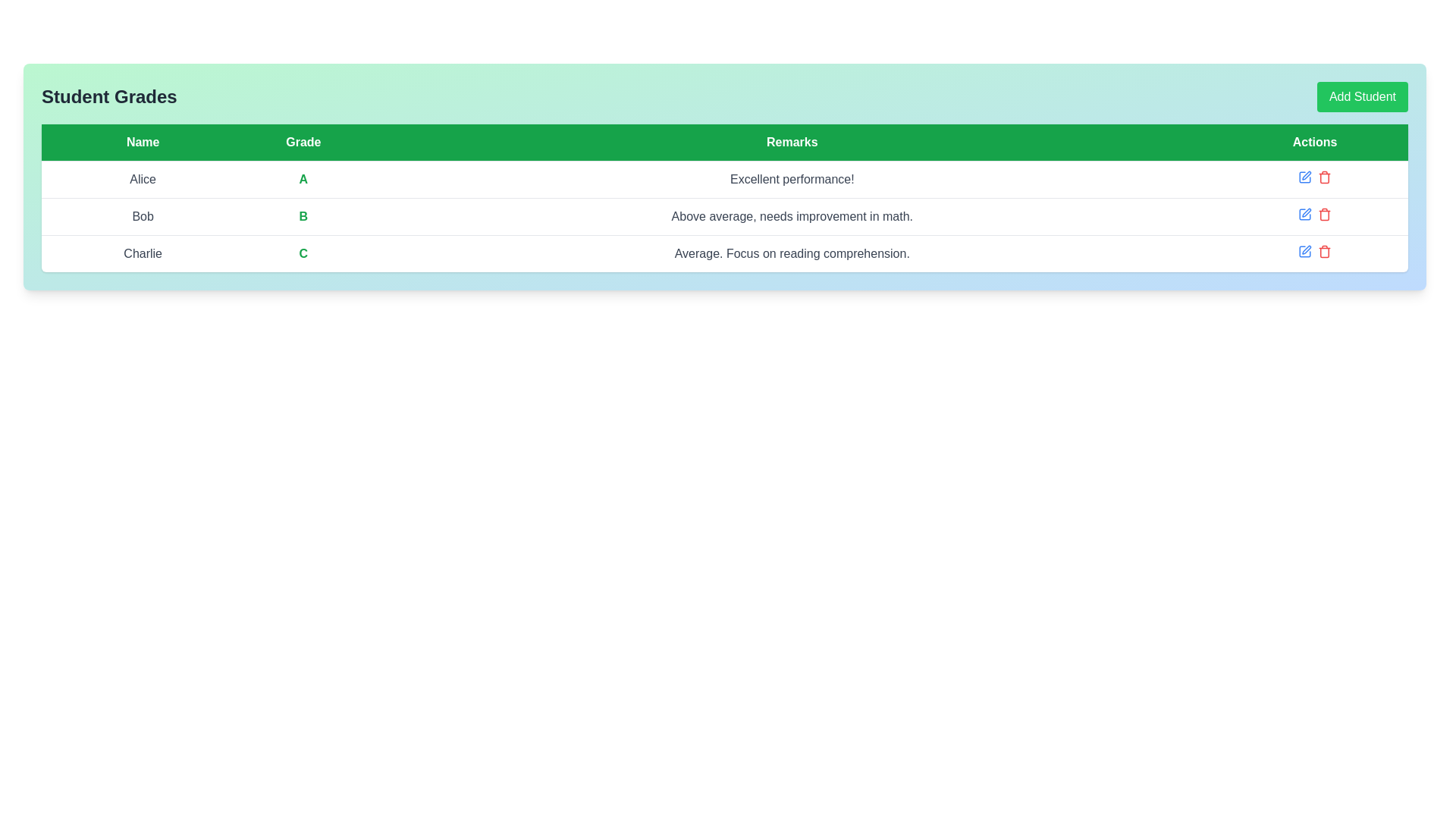 Image resolution: width=1456 pixels, height=819 pixels. I want to click on the delete icon button in the last row of the 'Actions' column, so click(1324, 250).